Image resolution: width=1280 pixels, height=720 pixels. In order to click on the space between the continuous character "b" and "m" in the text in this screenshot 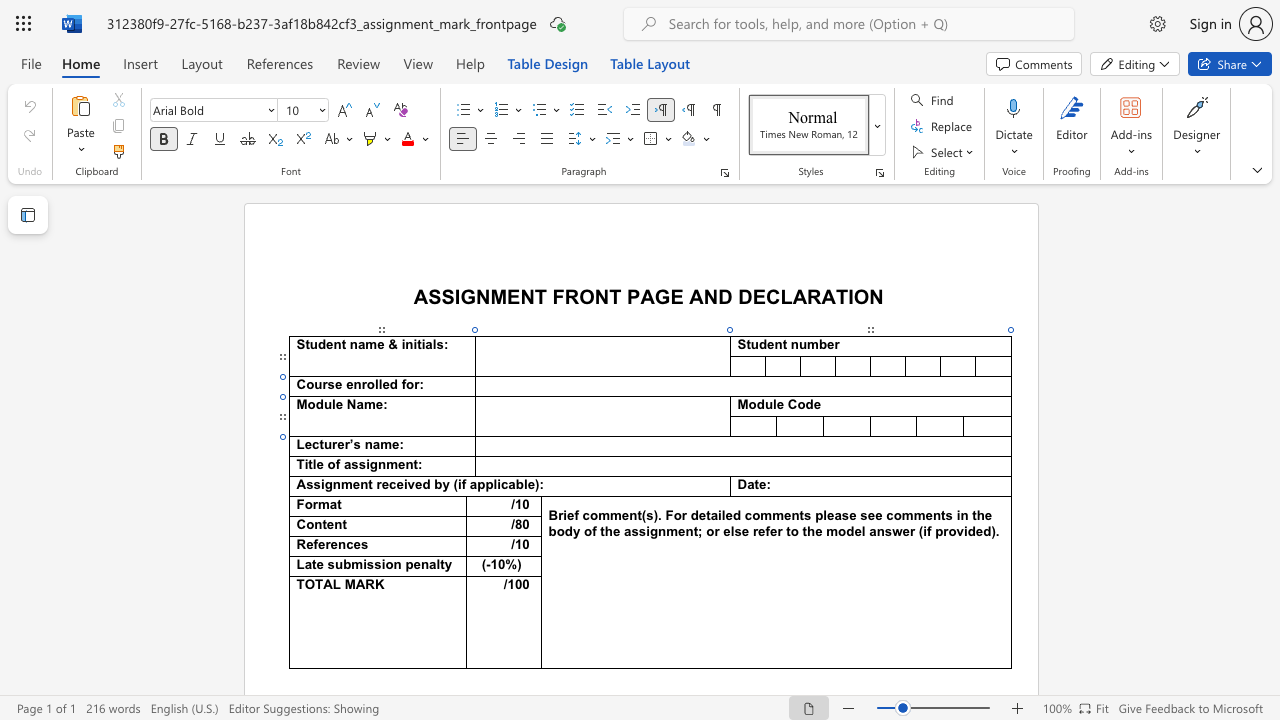, I will do `click(352, 564)`.